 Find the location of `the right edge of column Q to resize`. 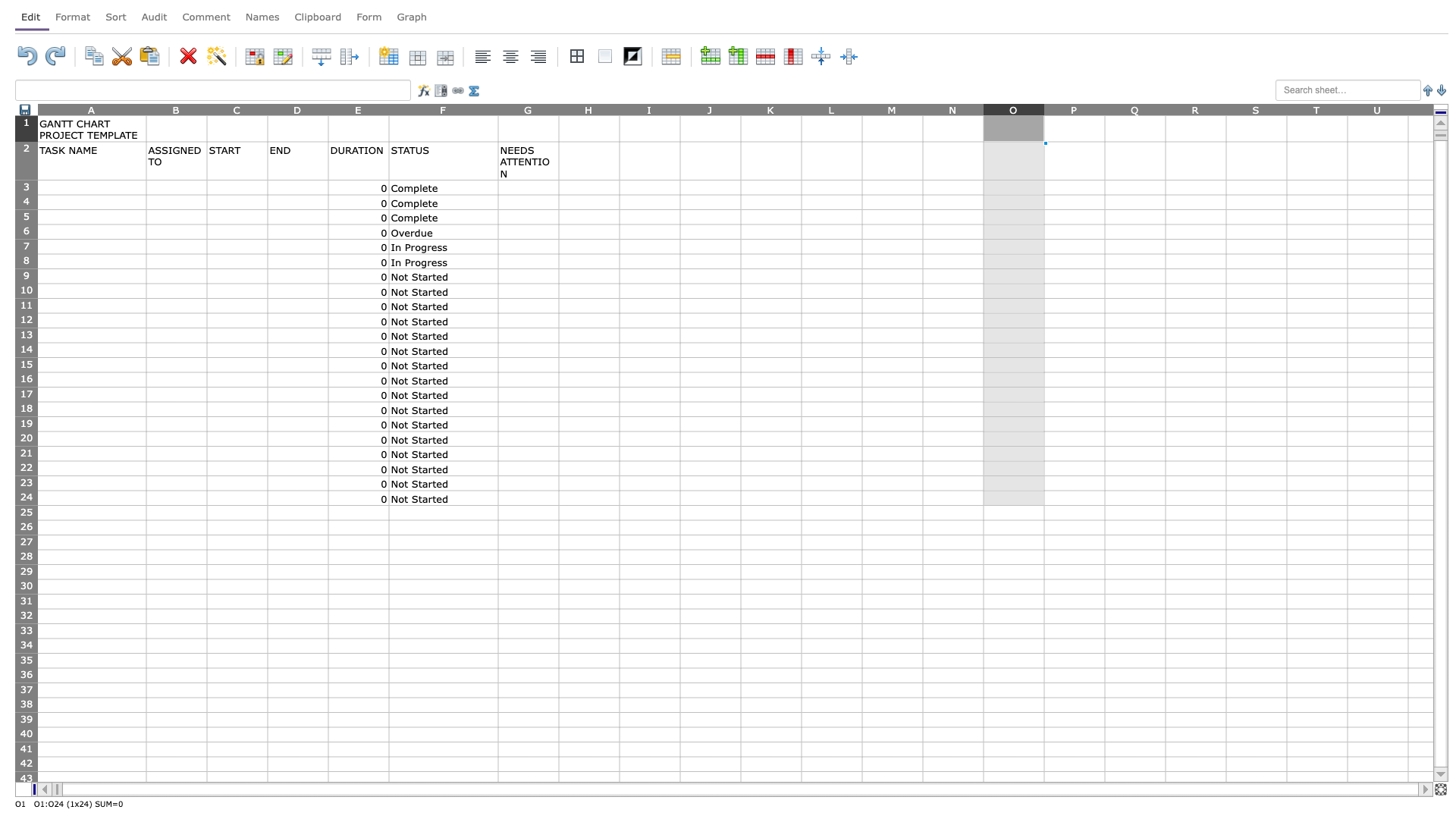

the right edge of column Q to resize is located at coordinates (1164, 108).